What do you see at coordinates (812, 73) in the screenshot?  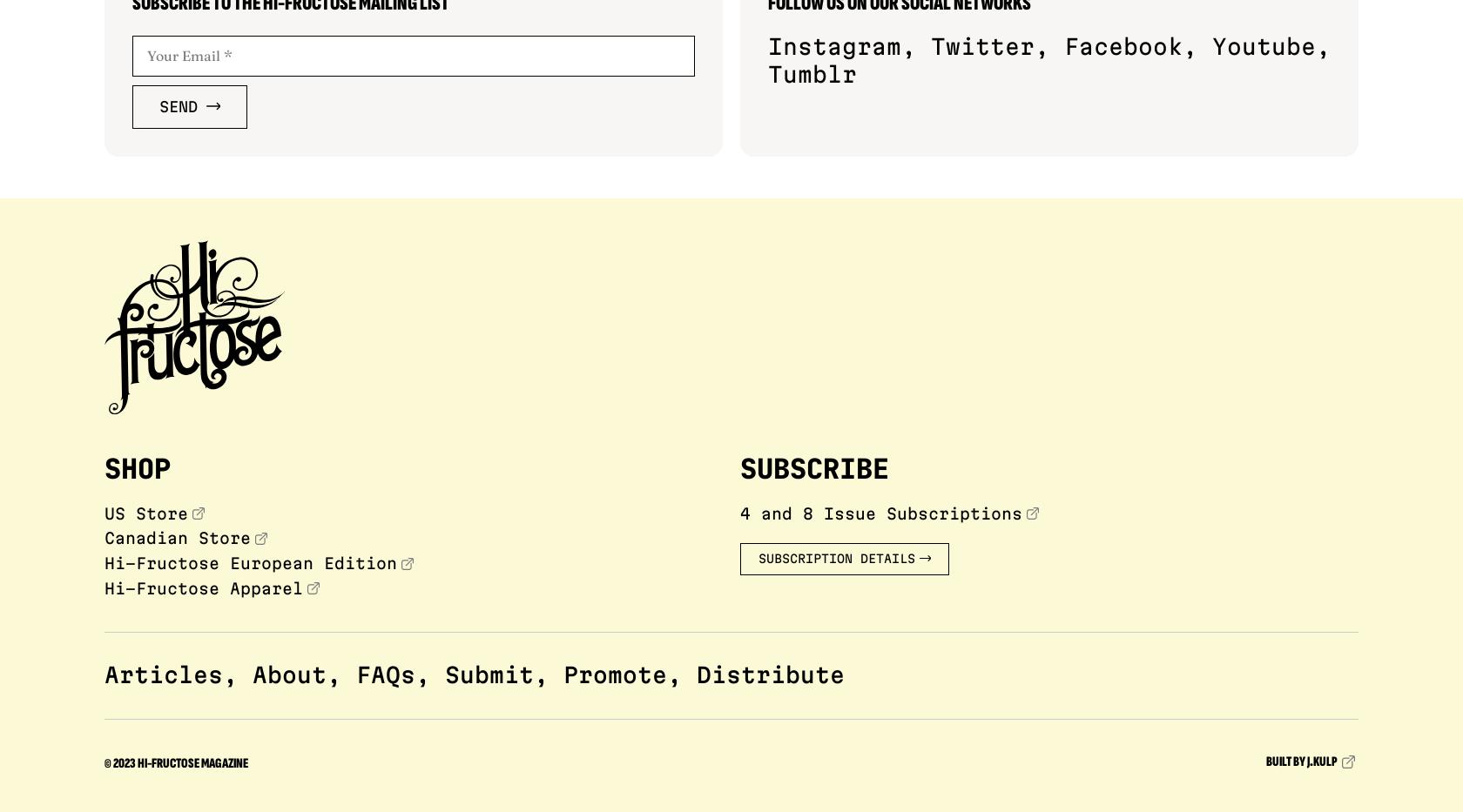 I see `'Tumblr'` at bounding box center [812, 73].